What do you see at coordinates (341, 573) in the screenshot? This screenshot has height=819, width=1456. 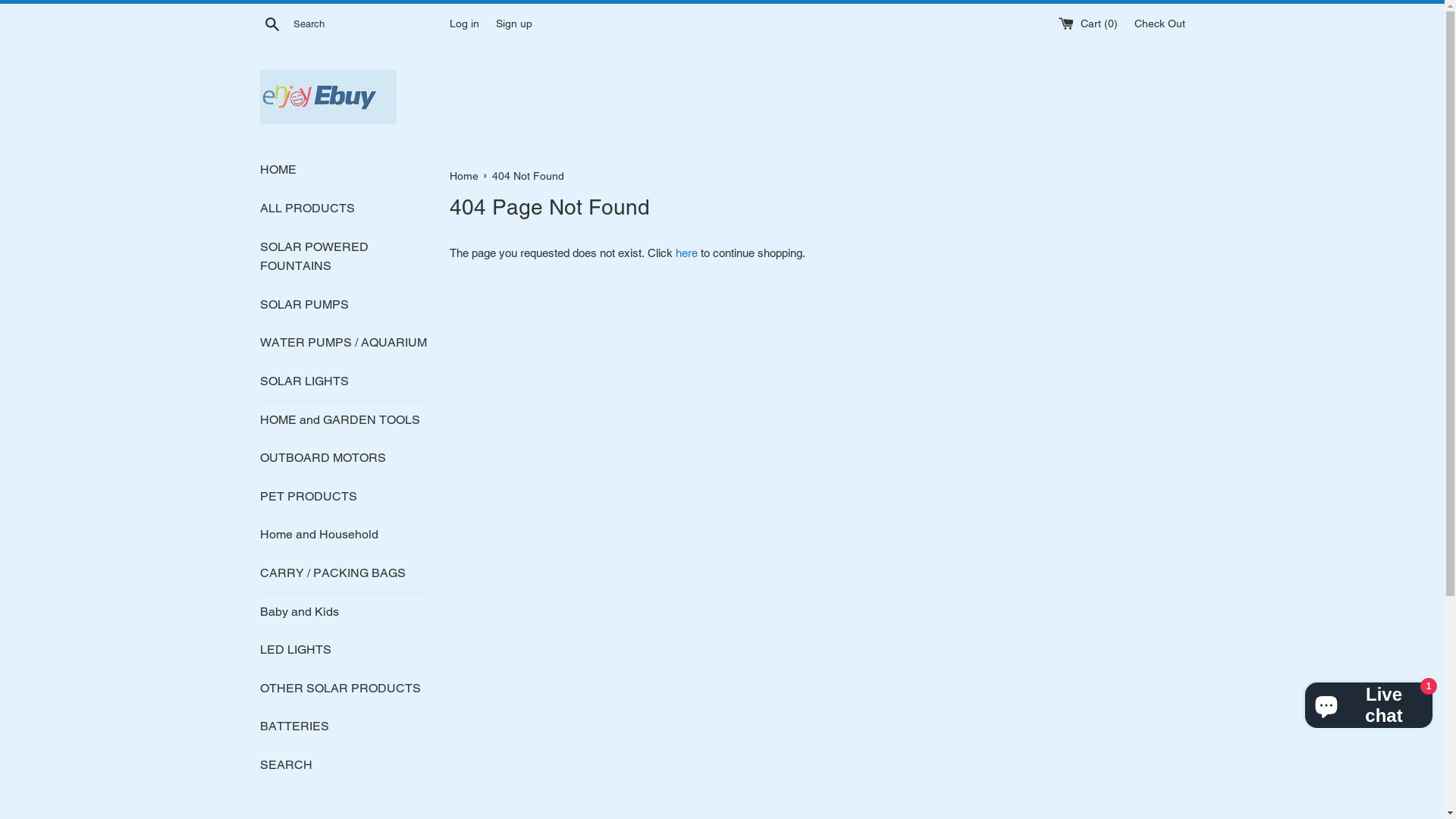 I see `'CARRY / PACKING BAGS'` at bounding box center [341, 573].